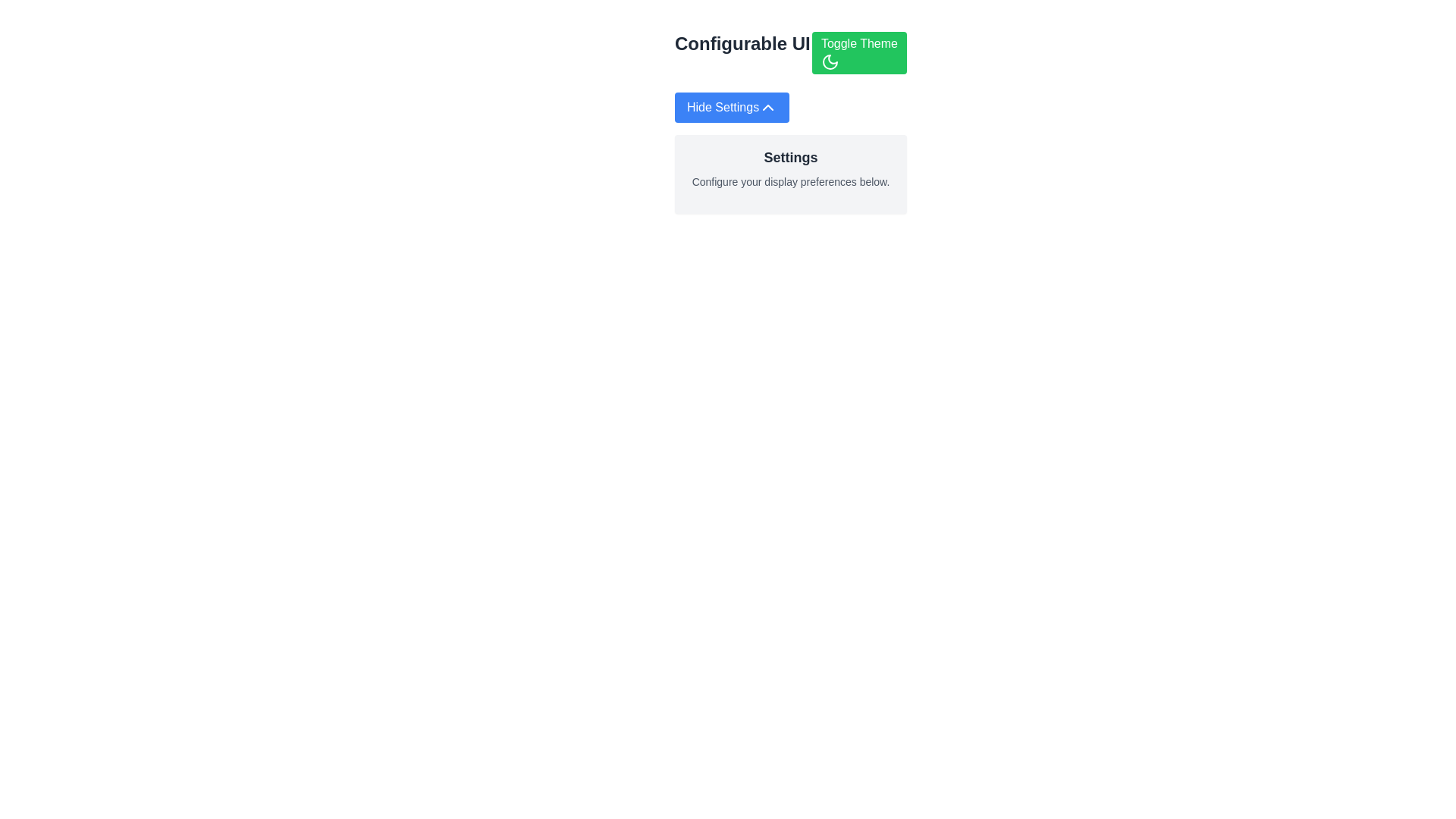 The width and height of the screenshot is (1456, 819). What do you see at coordinates (859, 52) in the screenshot?
I see `the green rectangular 'Toggle Theme' button with rounded corners to observe the hover effect` at bounding box center [859, 52].